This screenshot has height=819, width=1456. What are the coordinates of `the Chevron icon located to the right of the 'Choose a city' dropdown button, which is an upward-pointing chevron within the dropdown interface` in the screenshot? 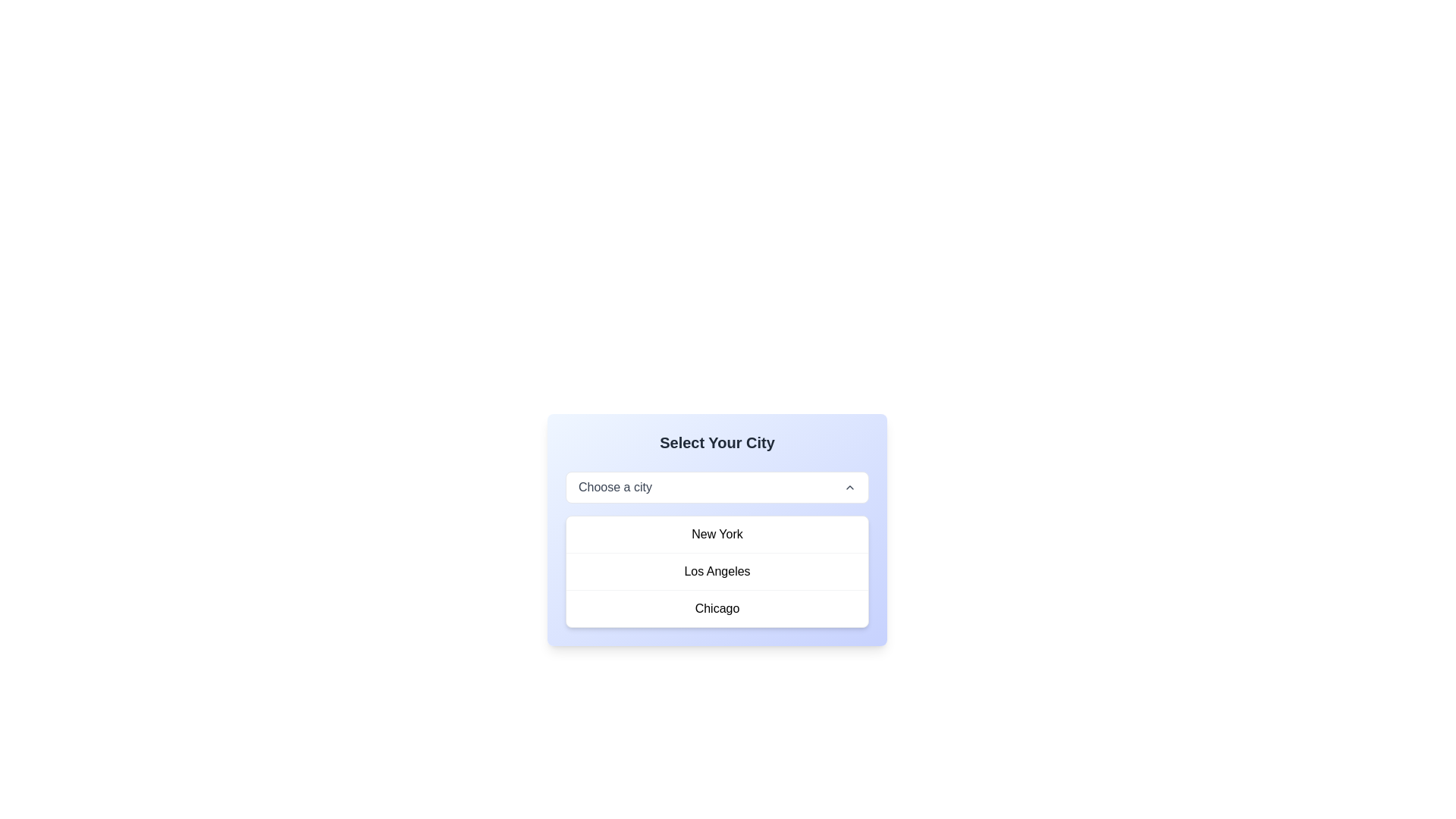 It's located at (850, 488).